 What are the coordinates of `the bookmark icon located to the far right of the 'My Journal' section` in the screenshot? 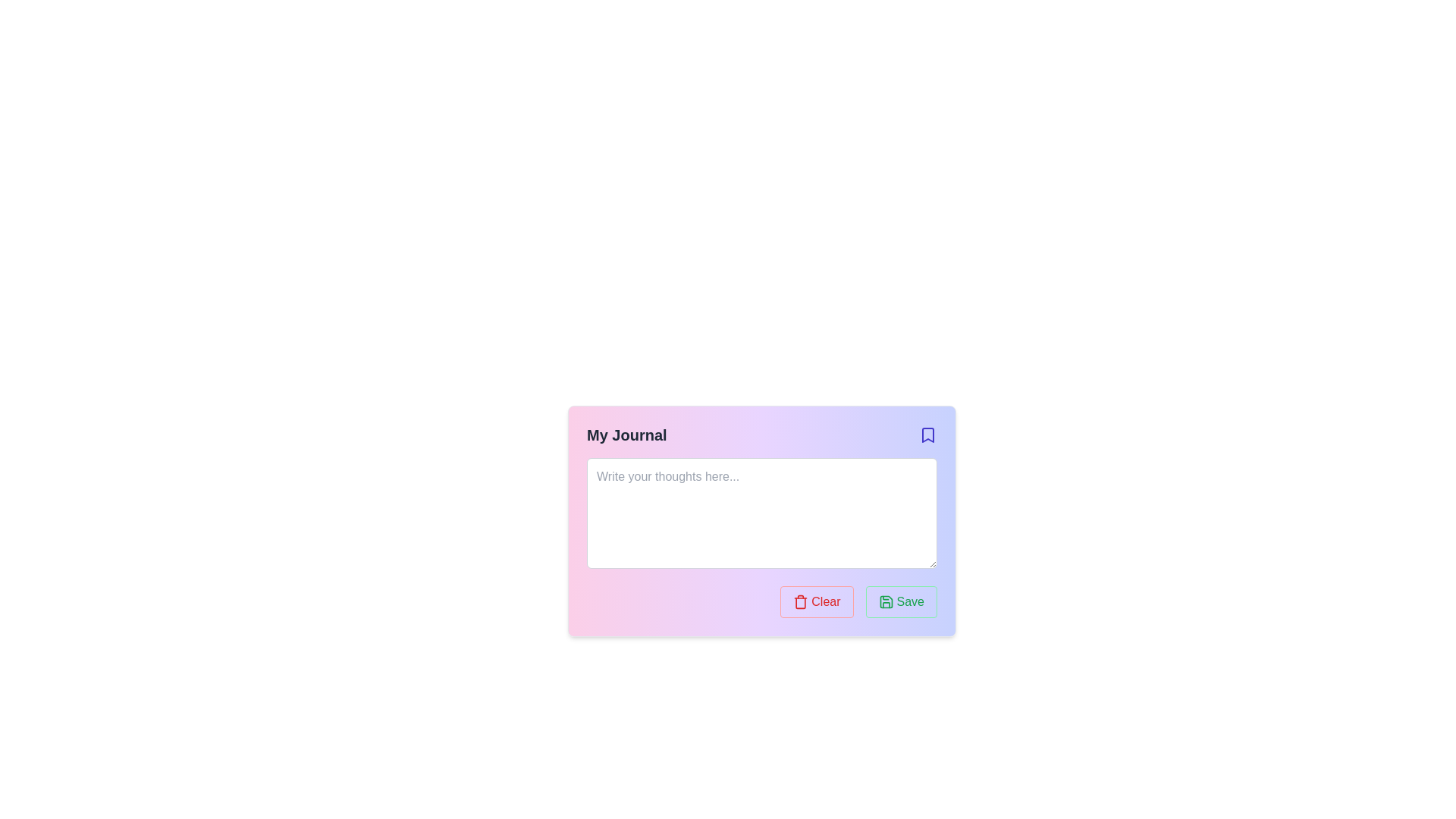 It's located at (927, 435).